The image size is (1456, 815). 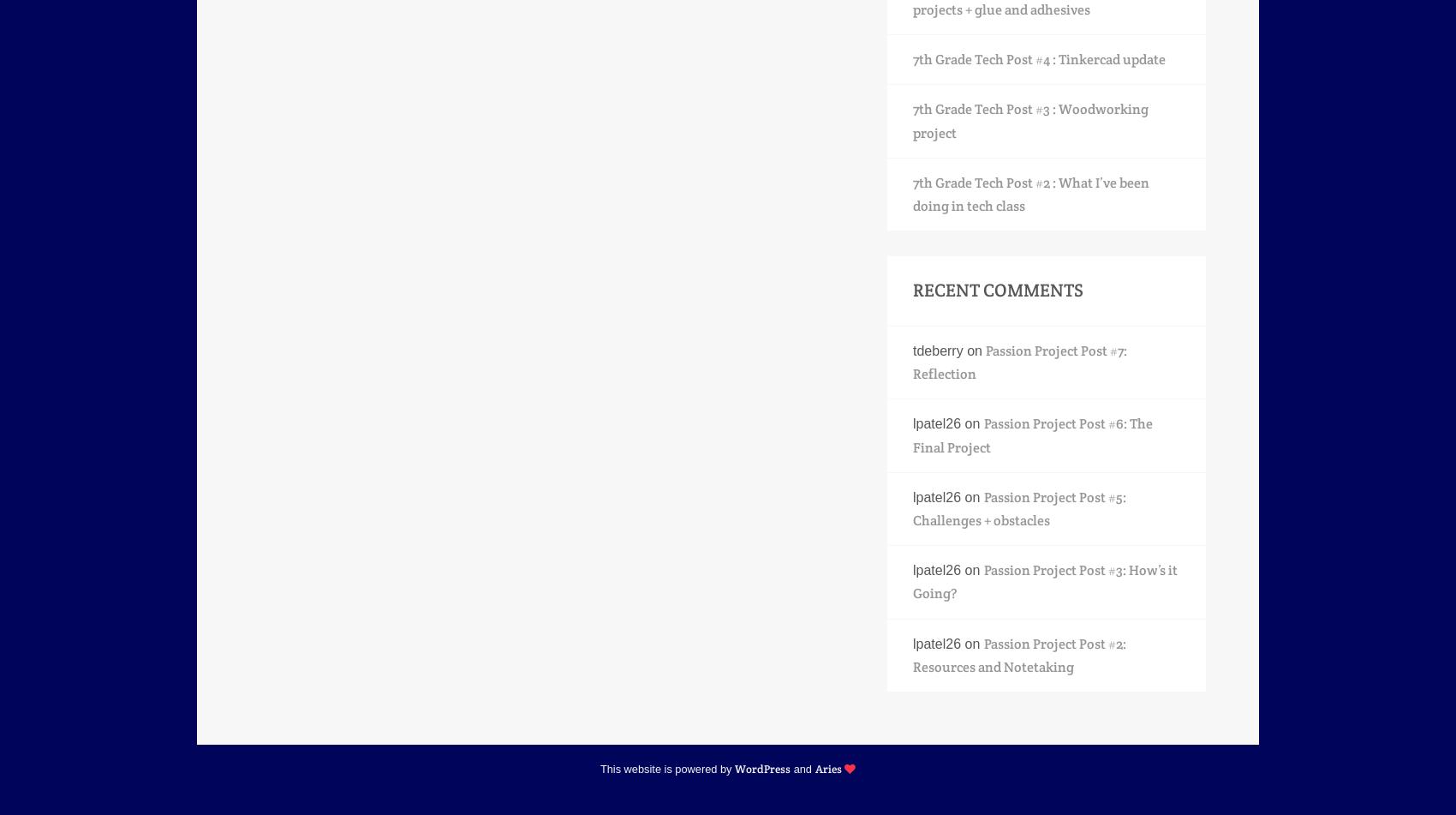 I want to click on 'Passion Project Post #5: Challenges + obstacles', so click(x=1018, y=507).